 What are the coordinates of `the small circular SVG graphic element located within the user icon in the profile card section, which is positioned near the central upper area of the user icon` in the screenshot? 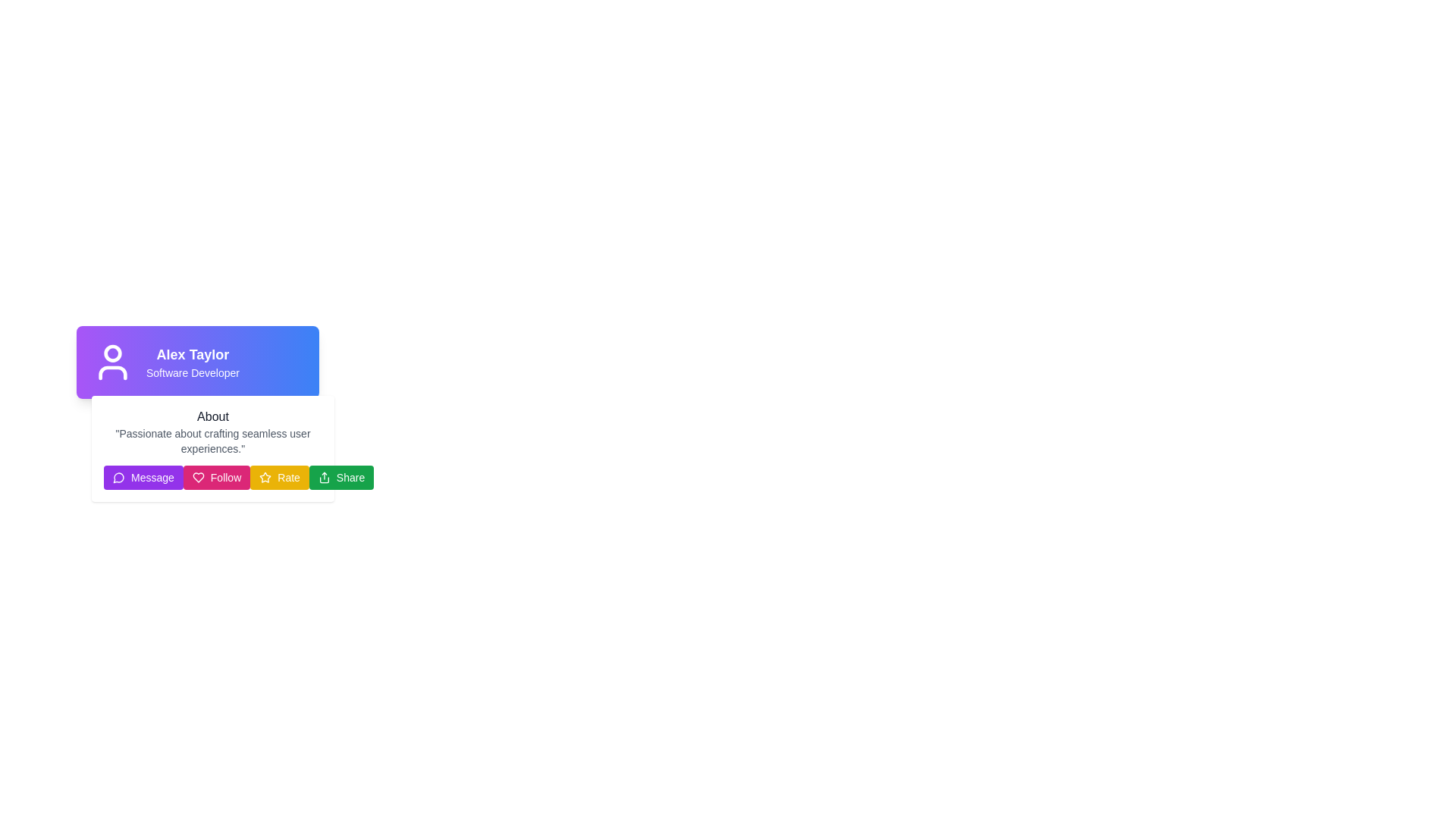 It's located at (111, 353).